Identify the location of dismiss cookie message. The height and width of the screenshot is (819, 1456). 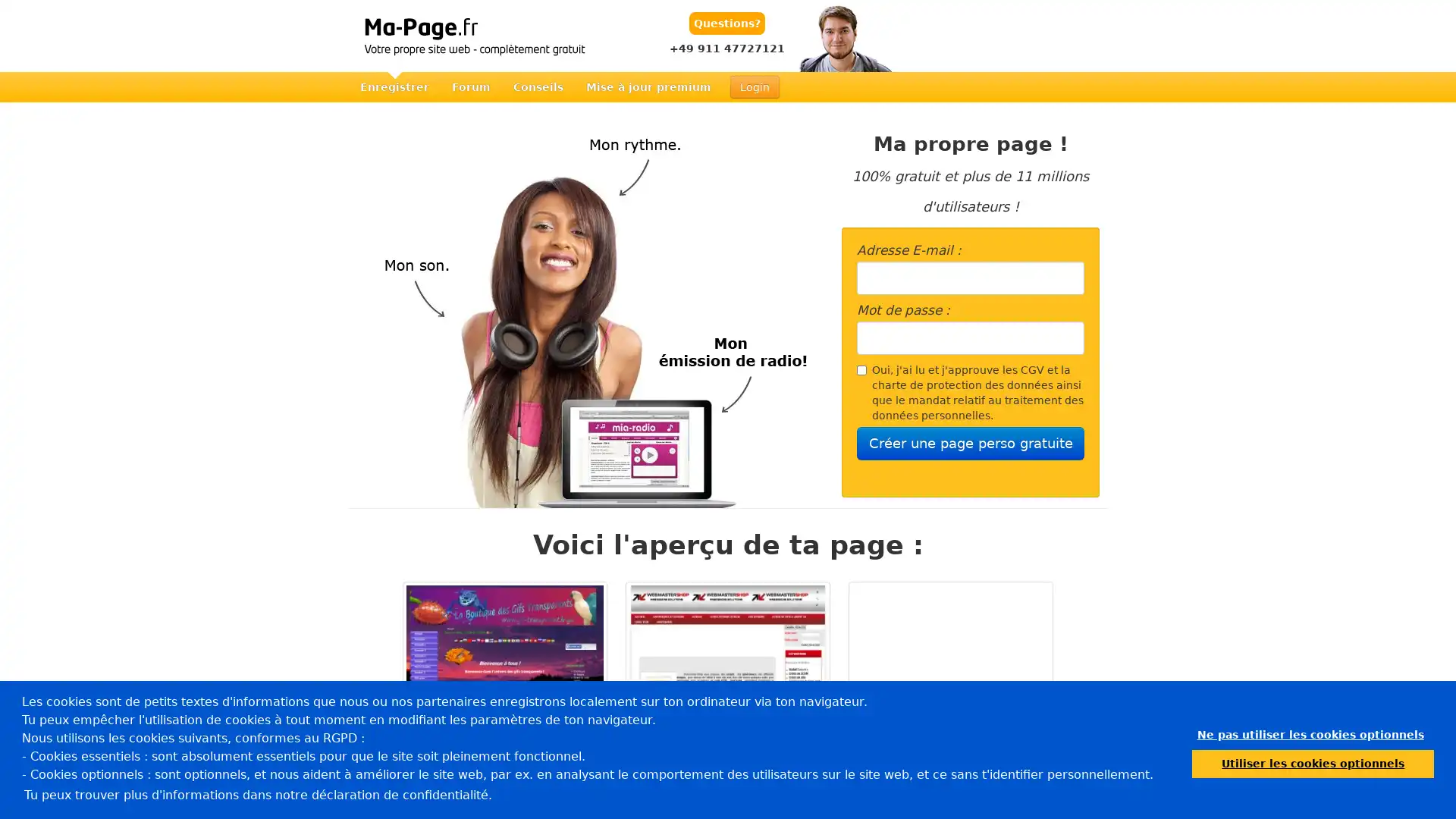
(1310, 734).